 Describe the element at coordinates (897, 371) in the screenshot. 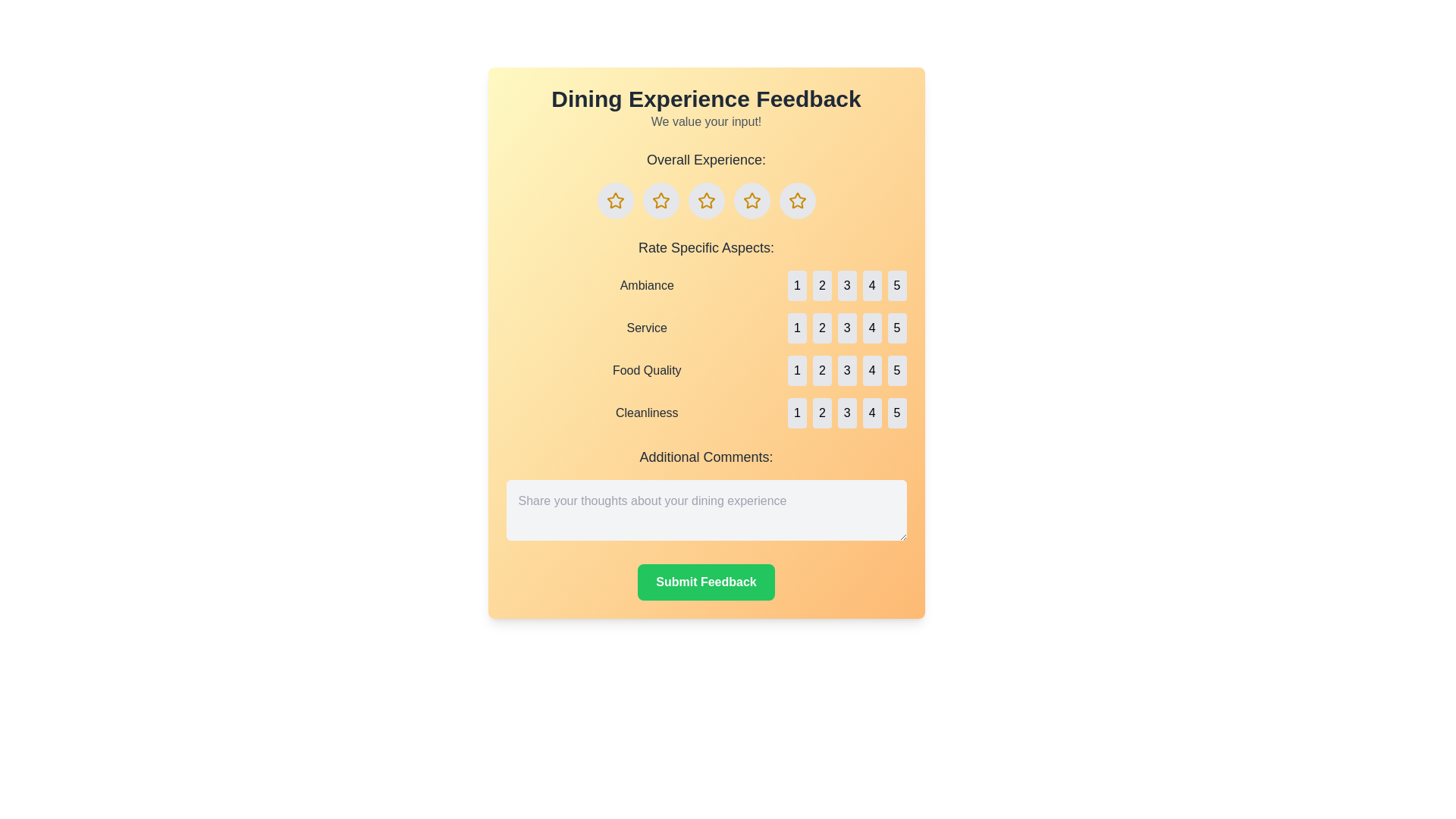

I see `the fifth button in the horizontal row under the 'Food Quality' criterion` at that location.